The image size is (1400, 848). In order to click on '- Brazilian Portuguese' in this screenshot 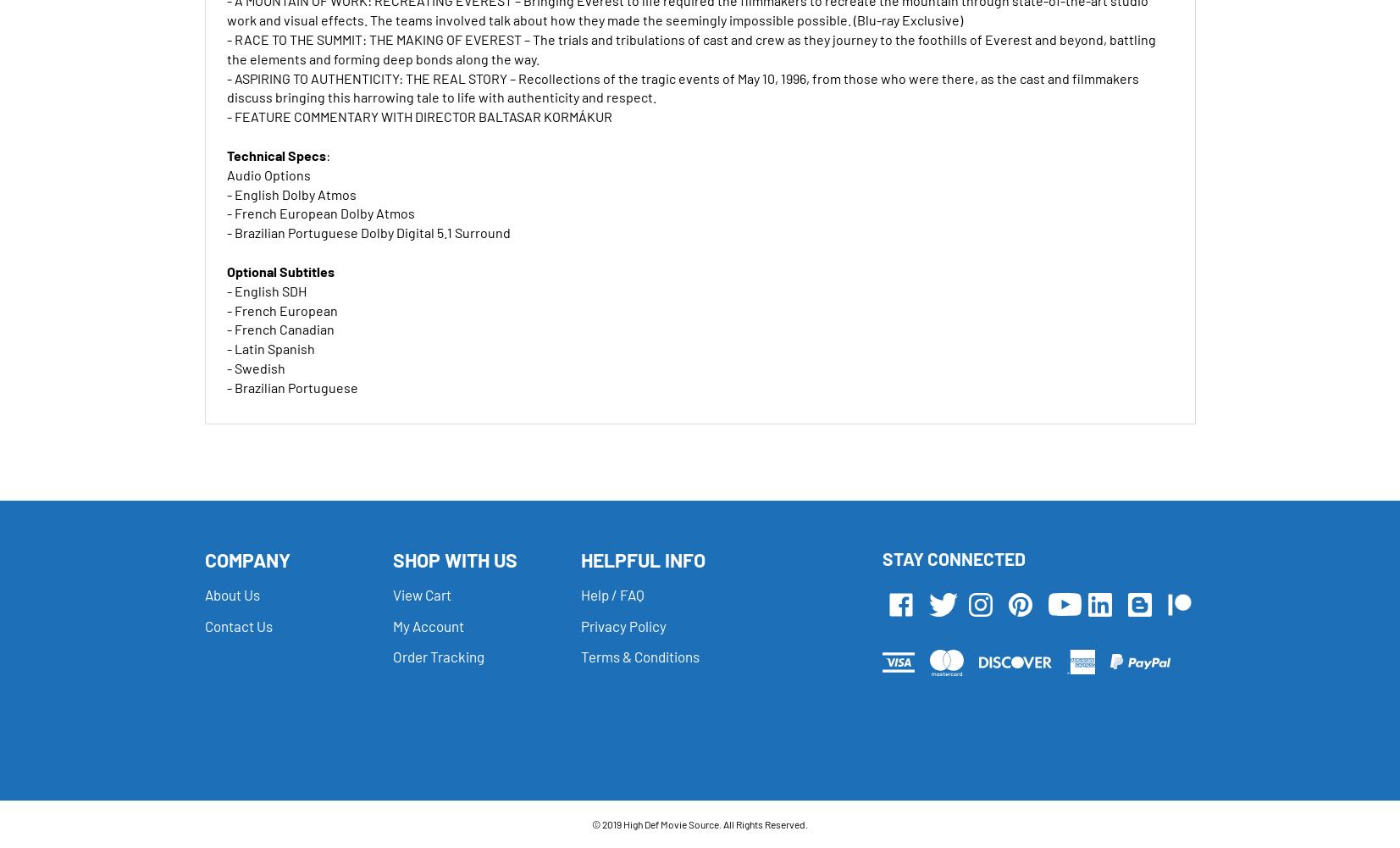, I will do `click(291, 387)`.